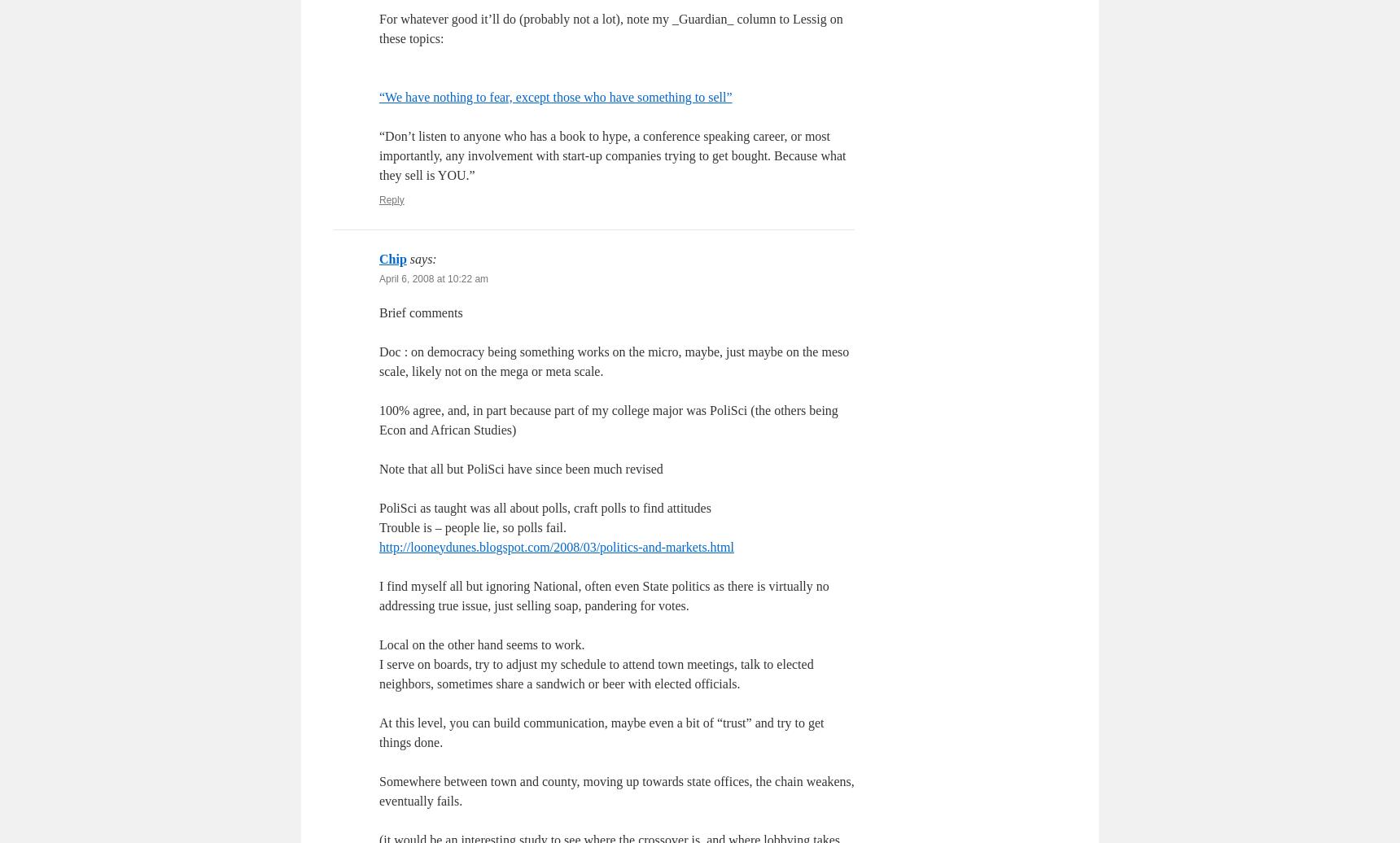 The height and width of the screenshot is (843, 1400). I want to click on '100% agree, and, in part because part of my college major was PoliSci (the others being Econ and African Studies)', so click(607, 419).